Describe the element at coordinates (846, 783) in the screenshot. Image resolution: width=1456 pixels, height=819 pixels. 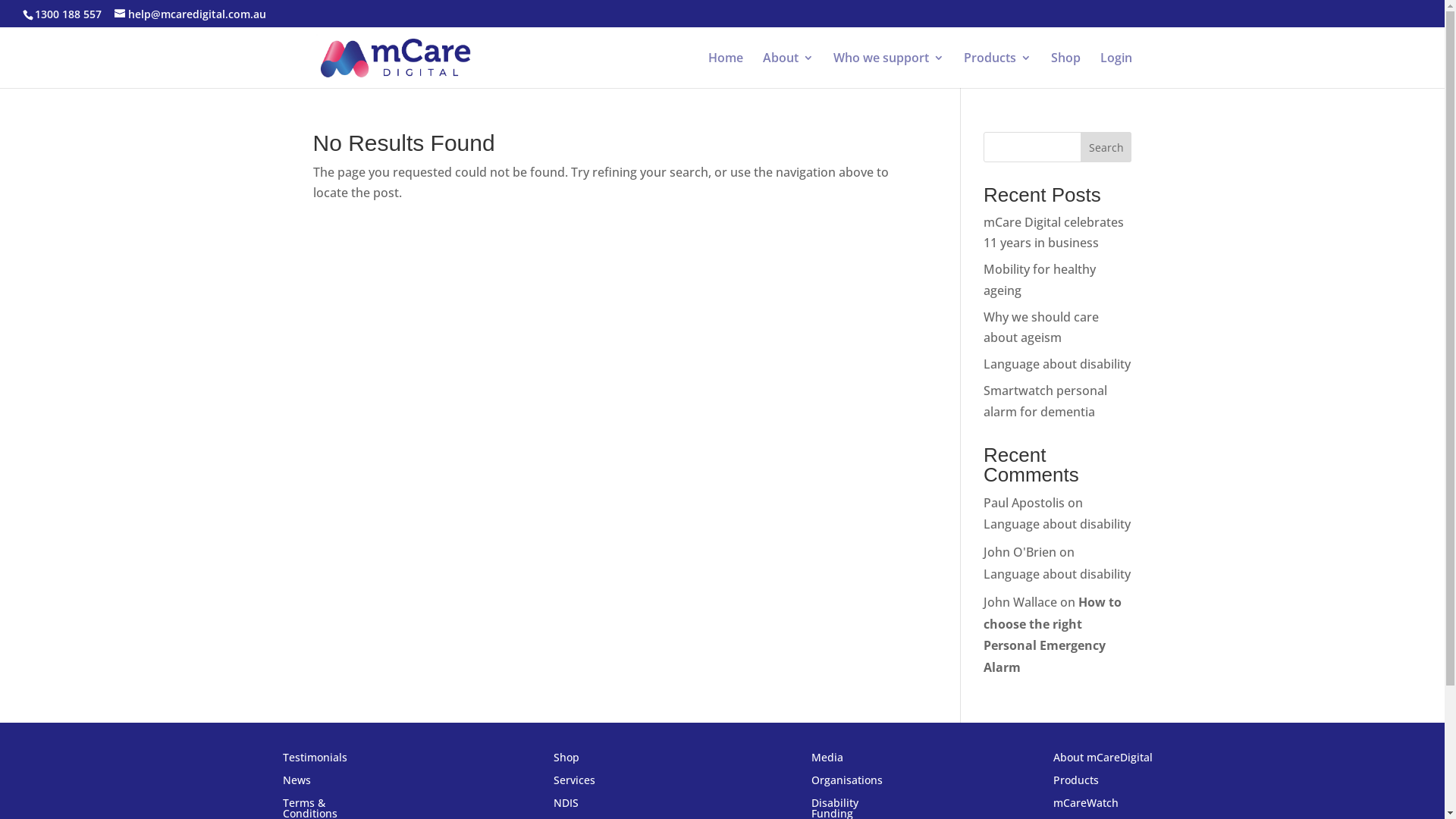
I see `'Organisations'` at that location.